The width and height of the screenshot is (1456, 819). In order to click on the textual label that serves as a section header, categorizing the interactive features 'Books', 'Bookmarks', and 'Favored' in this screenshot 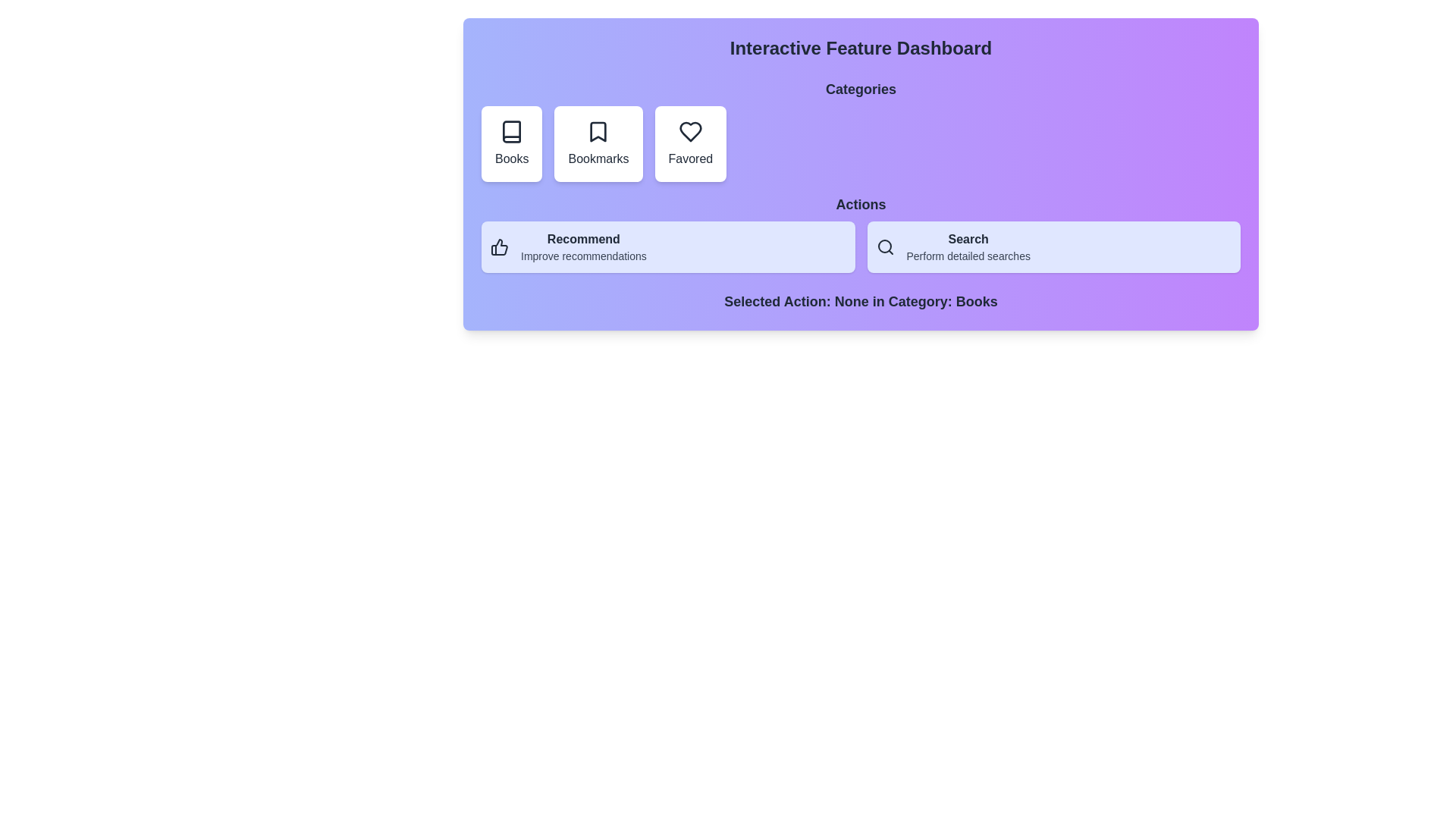, I will do `click(861, 89)`.